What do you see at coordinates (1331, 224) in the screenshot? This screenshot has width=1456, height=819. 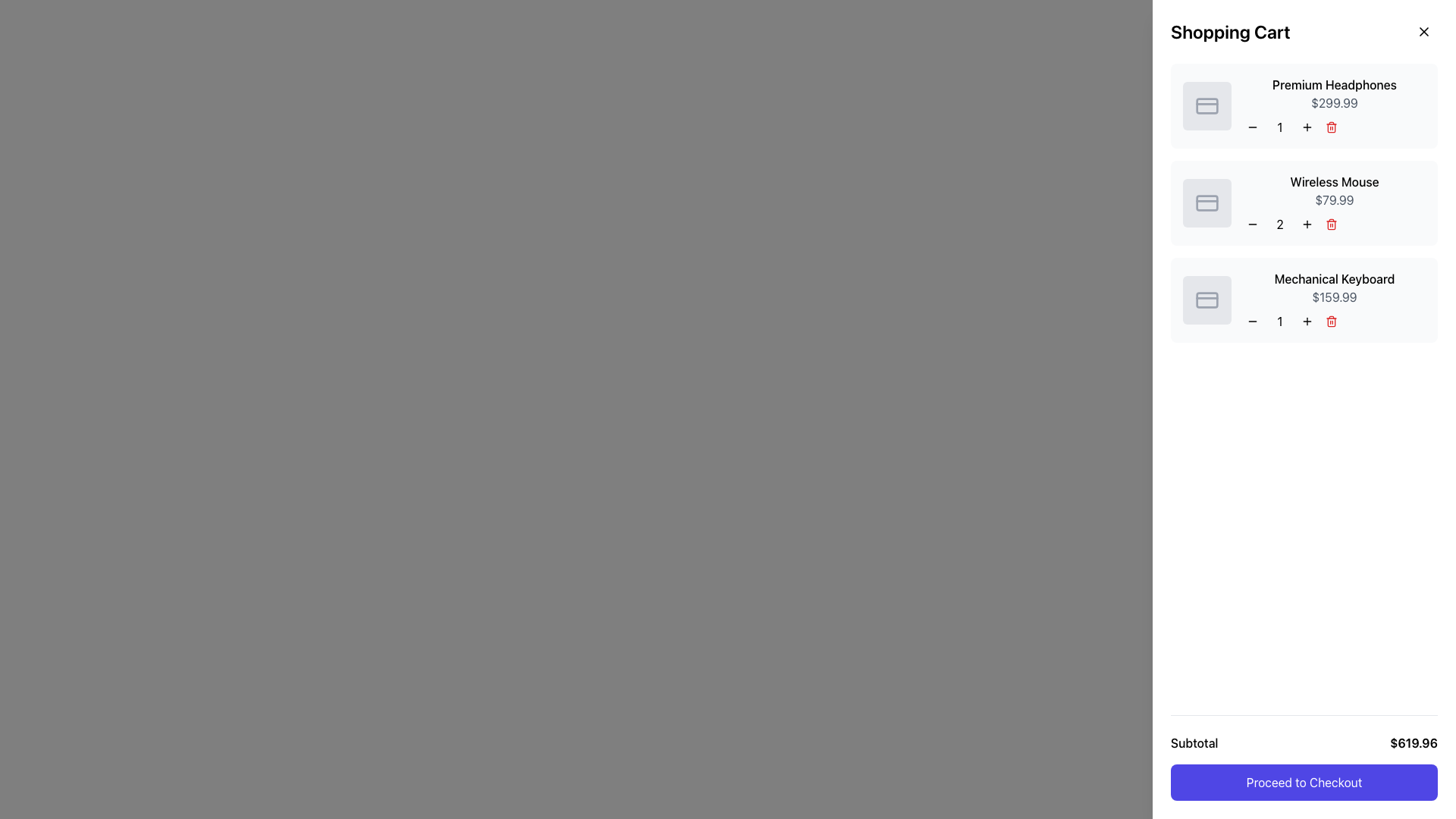 I see `the small red trash bin icon button located to the right of the Wireless Mouse item in the shopping cart section` at bounding box center [1331, 224].